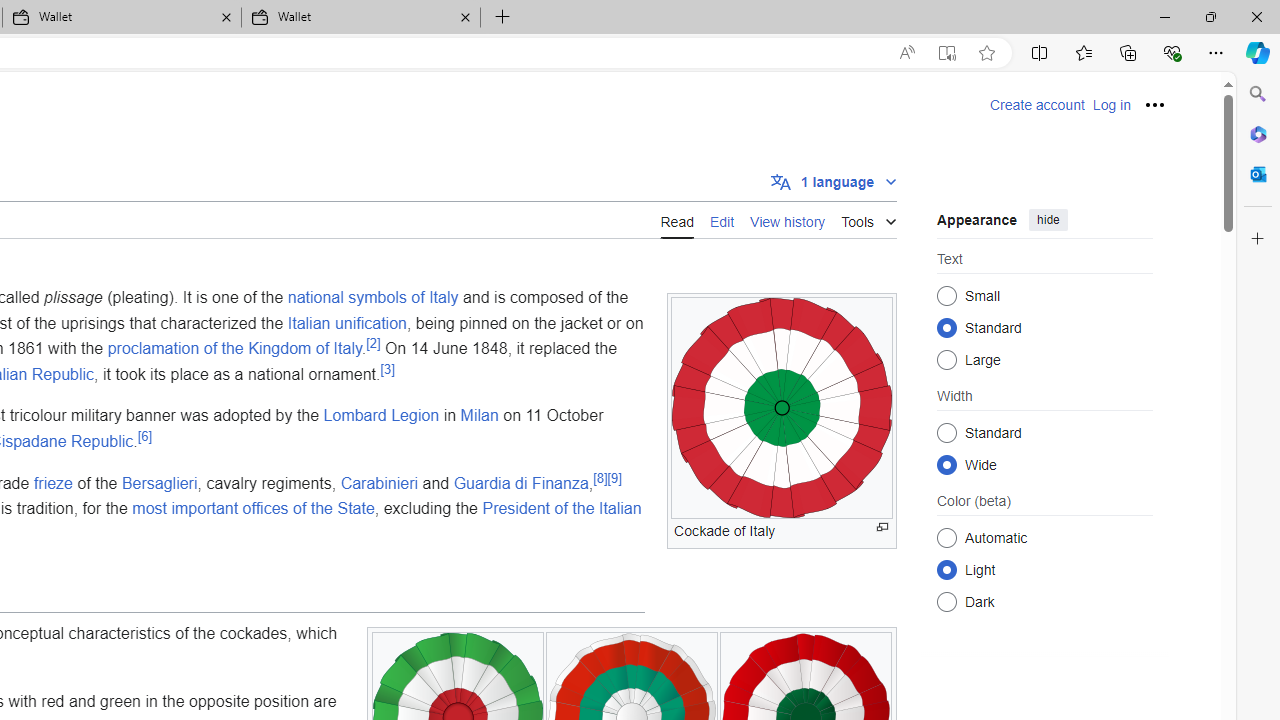 The width and height of the screenshot is (1280, 720). What do you see at coordinates (946, 431) in the screenshot?
I see `'Standard'` at bounding box center [946, 431].